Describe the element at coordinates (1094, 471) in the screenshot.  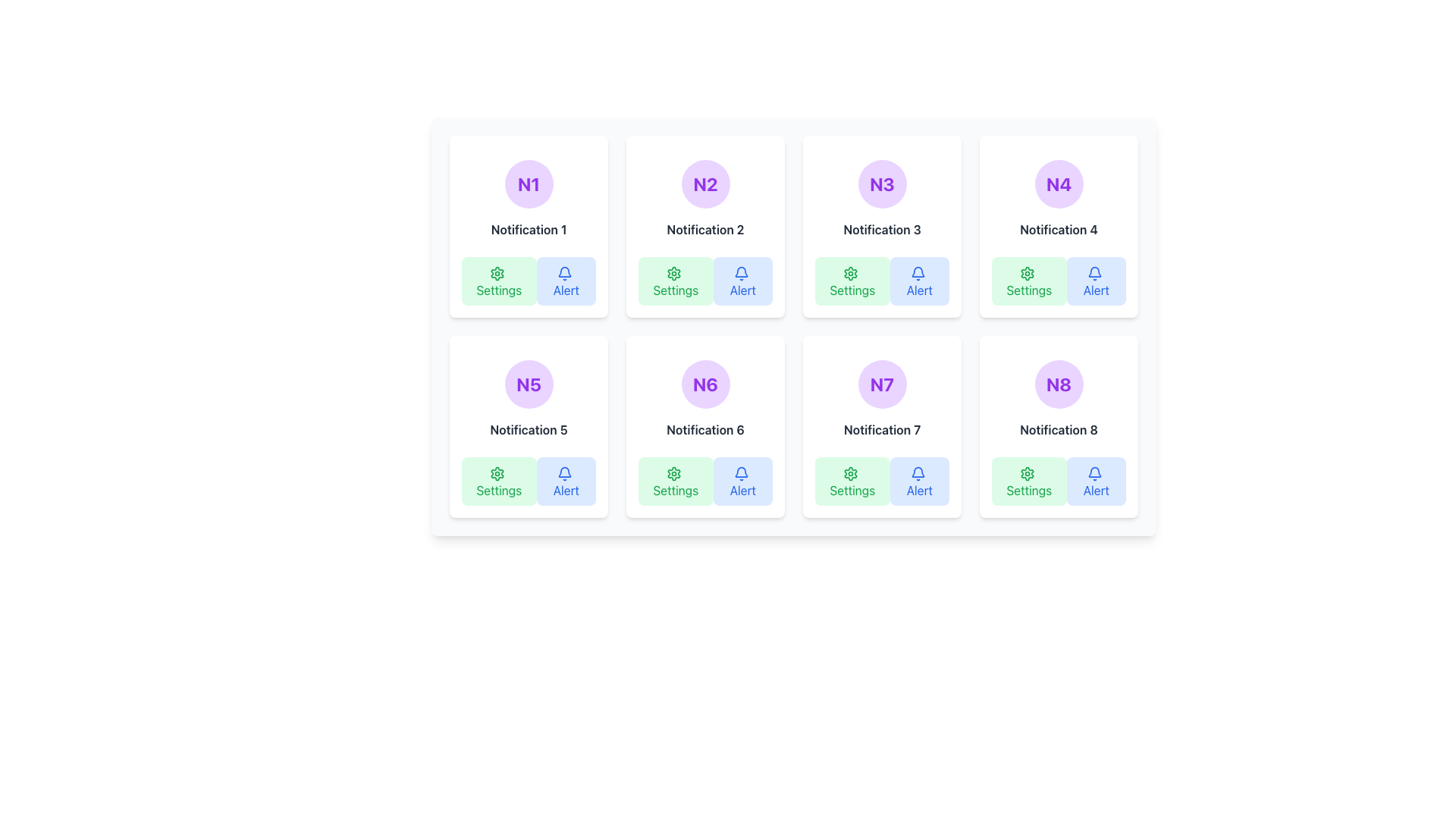
I see `the 'Alert' button icon located at the center of the last card (N8) in the bottom-right of the interface` at that location.